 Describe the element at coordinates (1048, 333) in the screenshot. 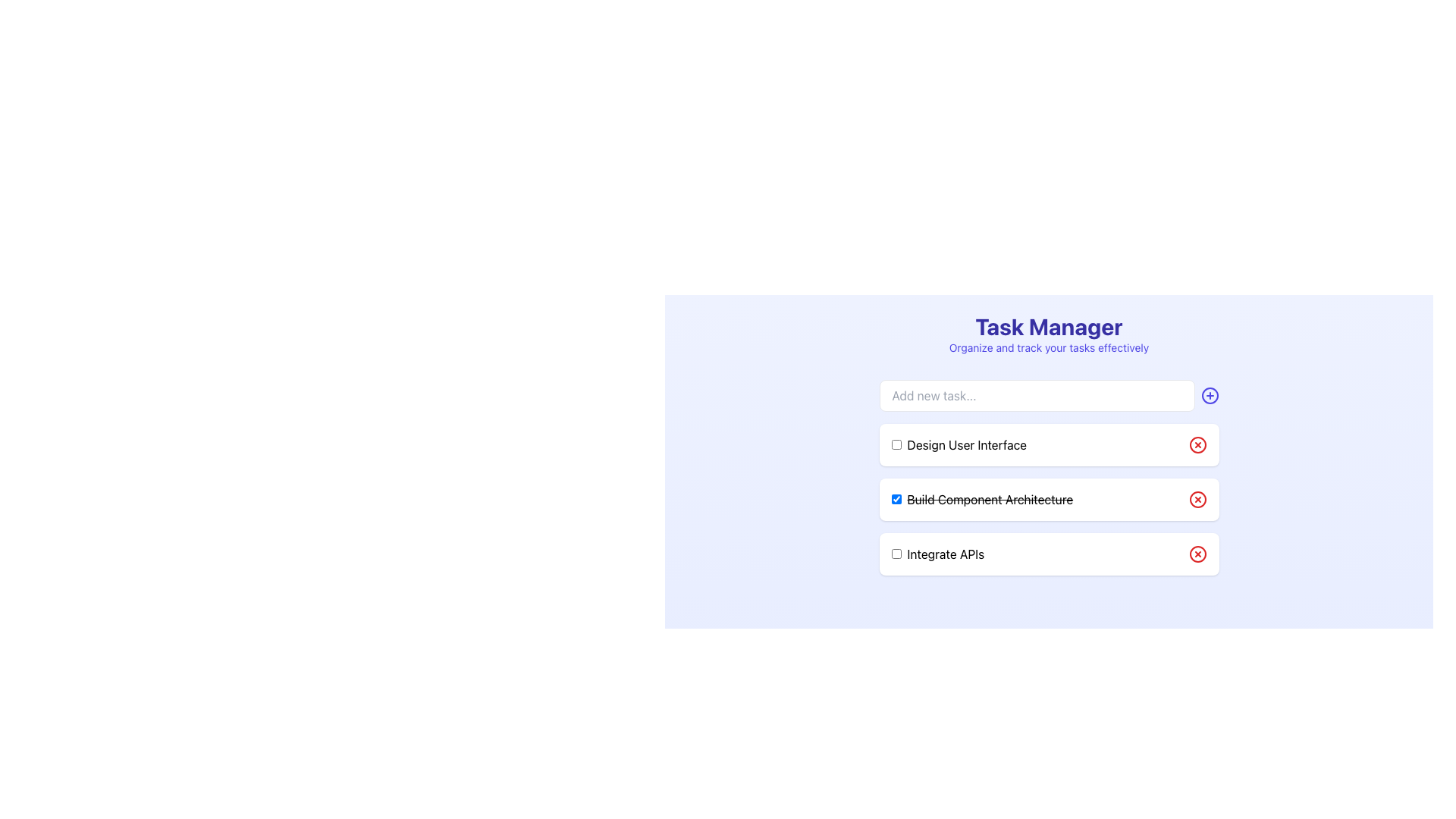

I see `the static text-based heading element titled 'Task Manager' which is displayed in bold indigo color, followed by a subtitle in lighter indigo, located at the top of the task manager interface section` at that location.